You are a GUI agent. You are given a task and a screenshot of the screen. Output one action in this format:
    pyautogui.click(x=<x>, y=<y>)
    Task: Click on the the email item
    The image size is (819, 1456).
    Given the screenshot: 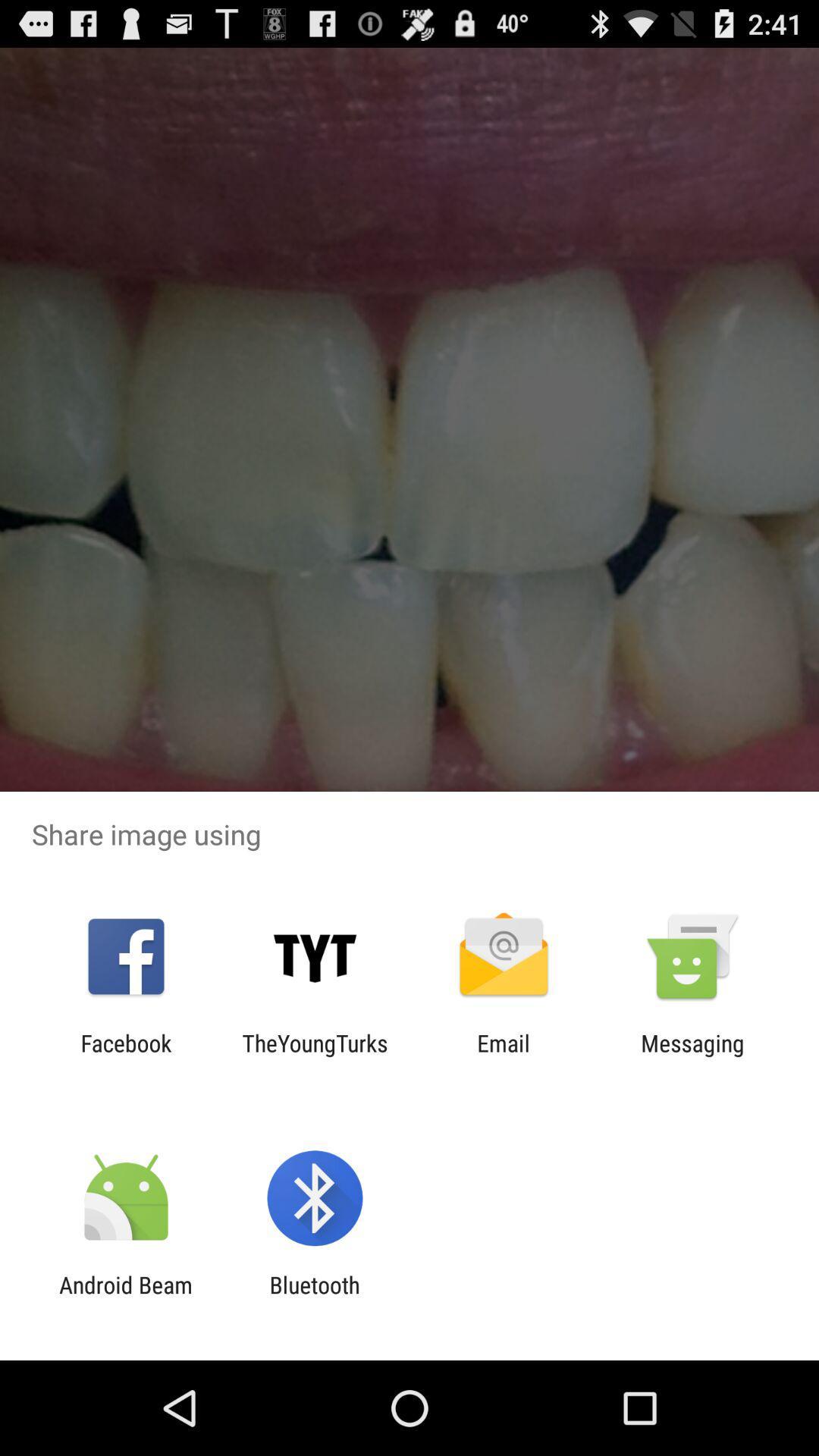 What is the action you would take?
    pyautogui.click(x=504, y=1056)
    